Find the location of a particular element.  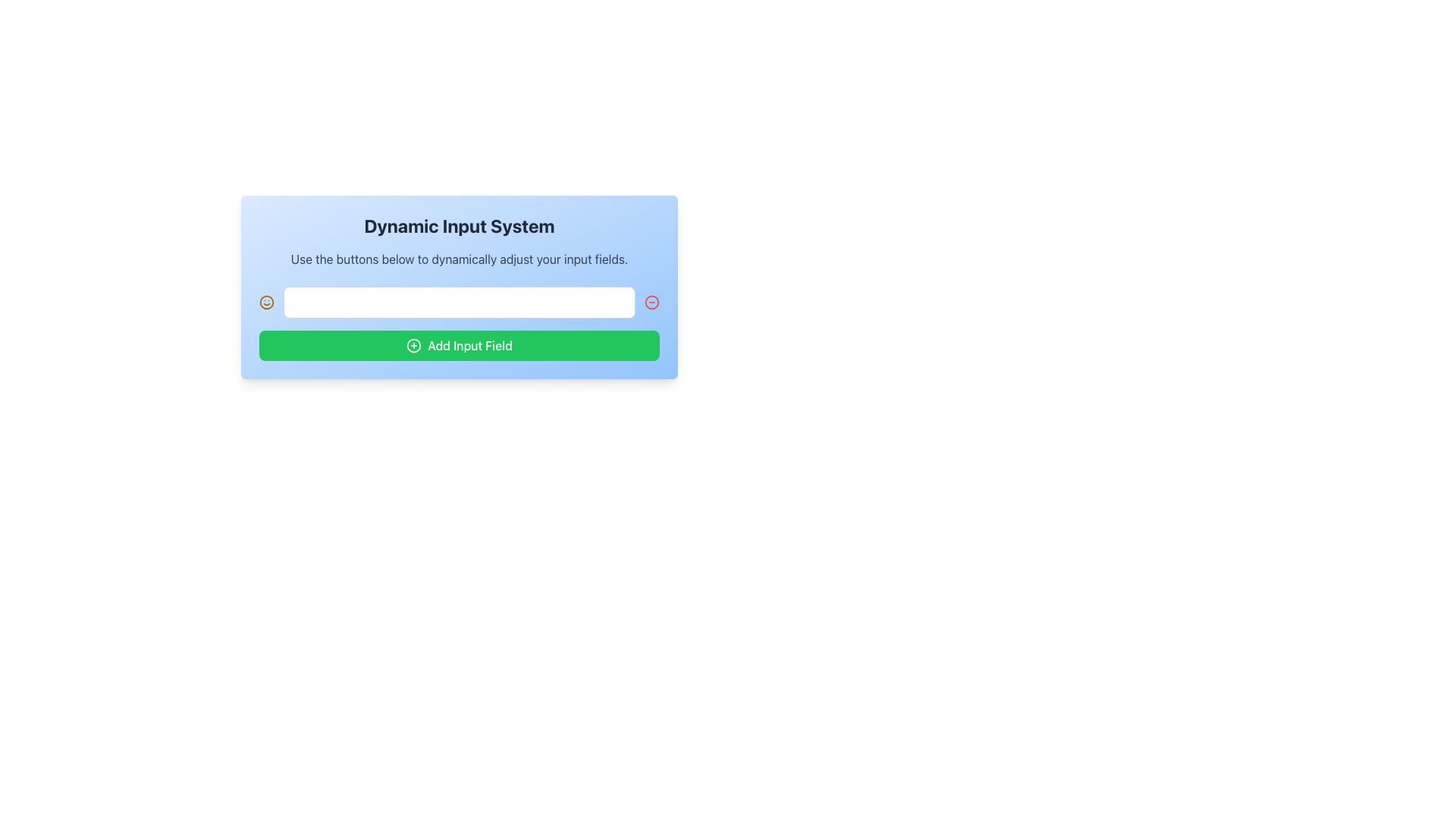

the Decorative icon, which is a small circular icon with a happy face design, styled in yellow and positioned at the leftmost side of a horizontal layout is located at coordinates (266, 302).